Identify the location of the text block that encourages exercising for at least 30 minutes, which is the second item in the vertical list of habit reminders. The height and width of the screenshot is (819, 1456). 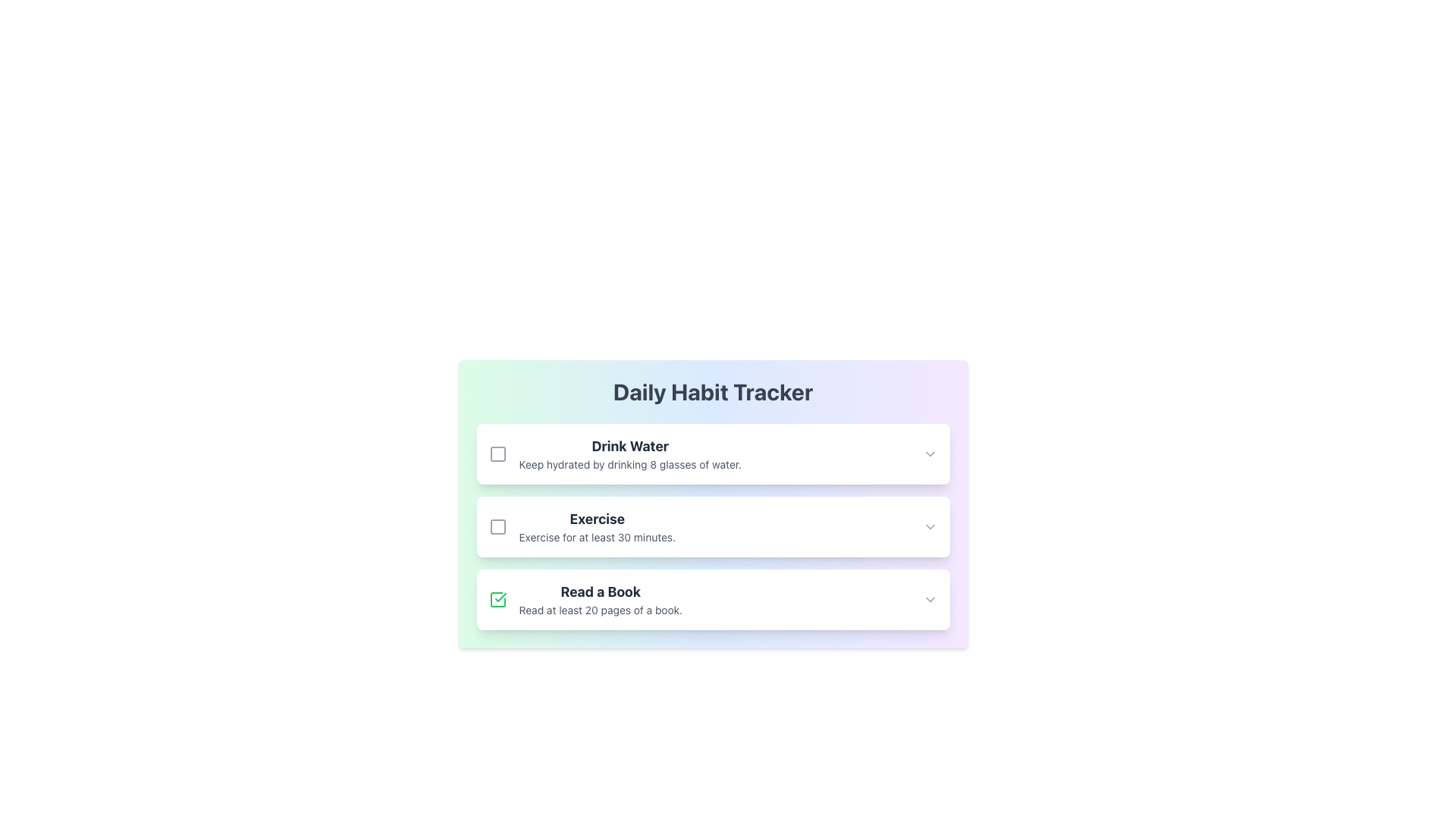
(596, 526).